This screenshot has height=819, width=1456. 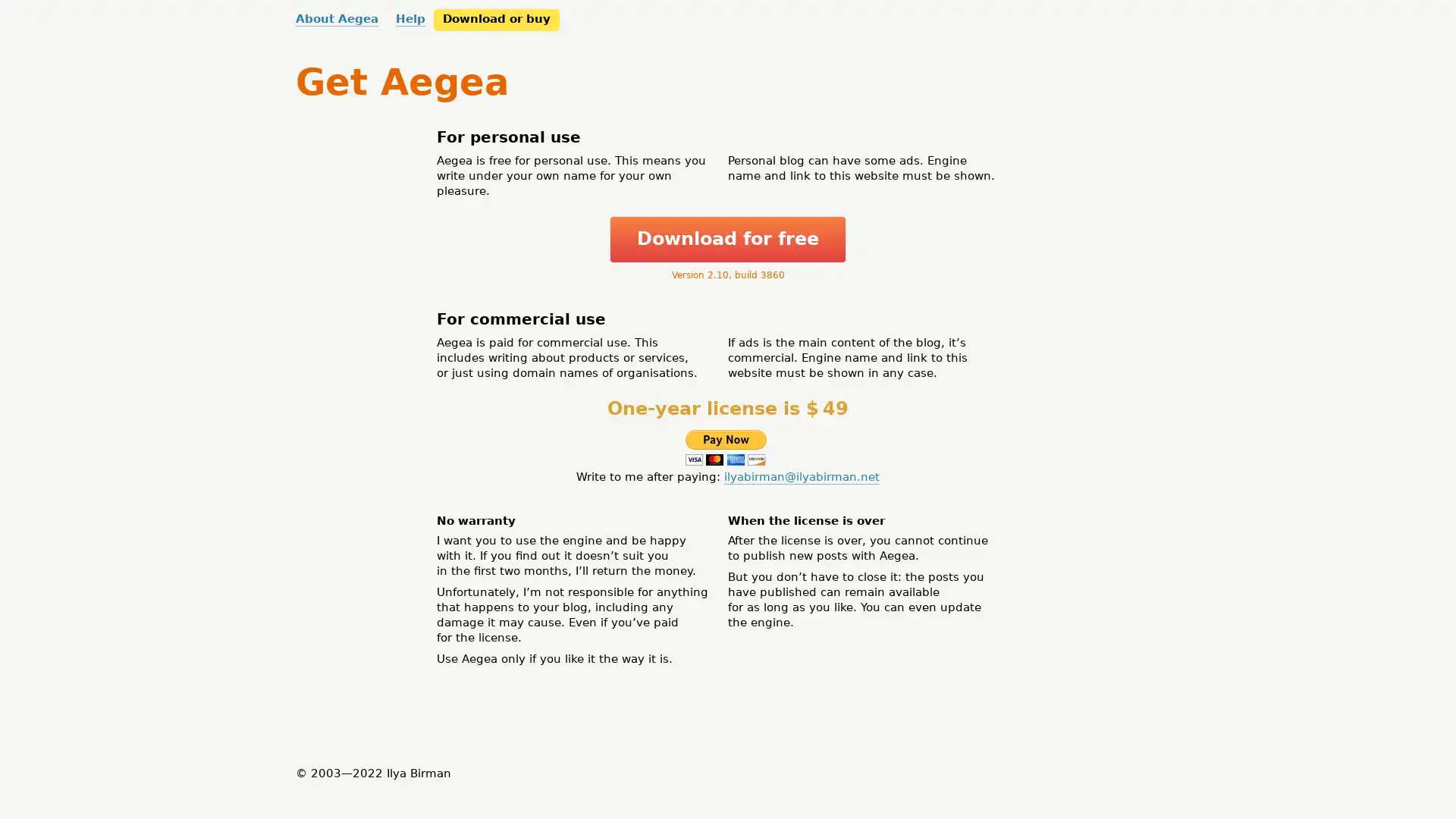 I want to click on PayPal - The safer, easier way to pay online!, so click(x=724, y=447).